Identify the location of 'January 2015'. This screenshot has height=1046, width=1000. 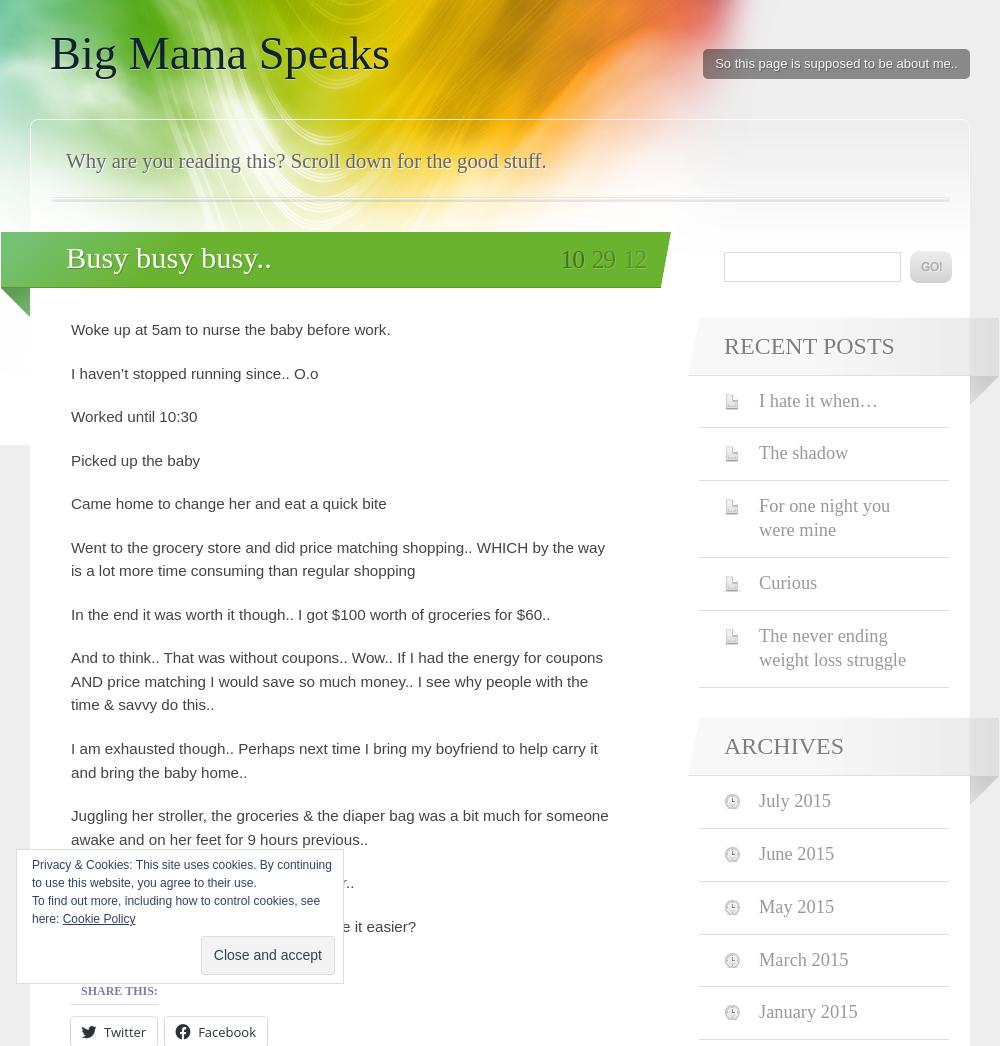
(759, 1012).